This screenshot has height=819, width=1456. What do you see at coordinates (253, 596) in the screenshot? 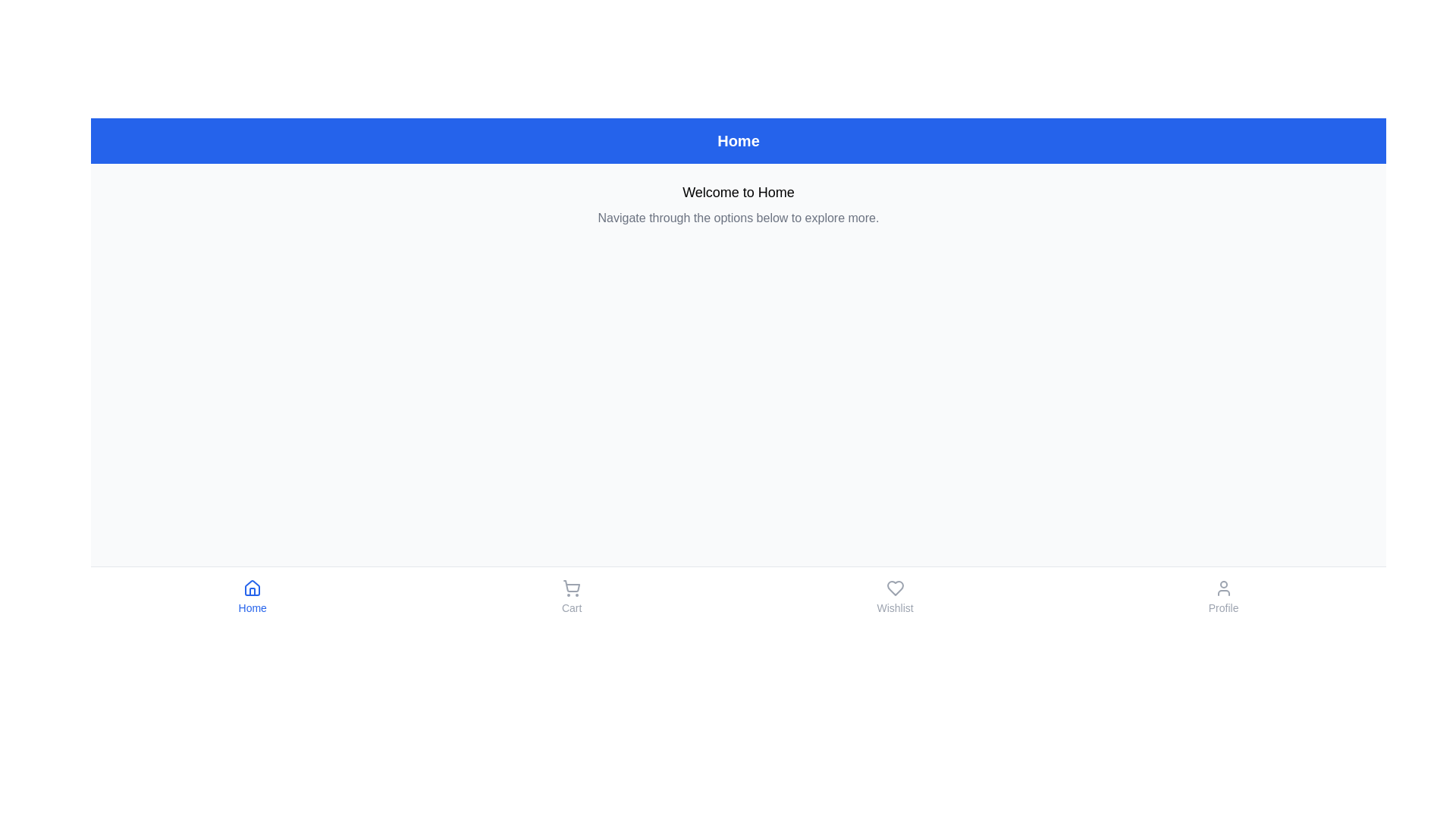
I see `the 'Home' button located at the leftmost side of the bottom navigation bar` at bounding box center [253, 596].